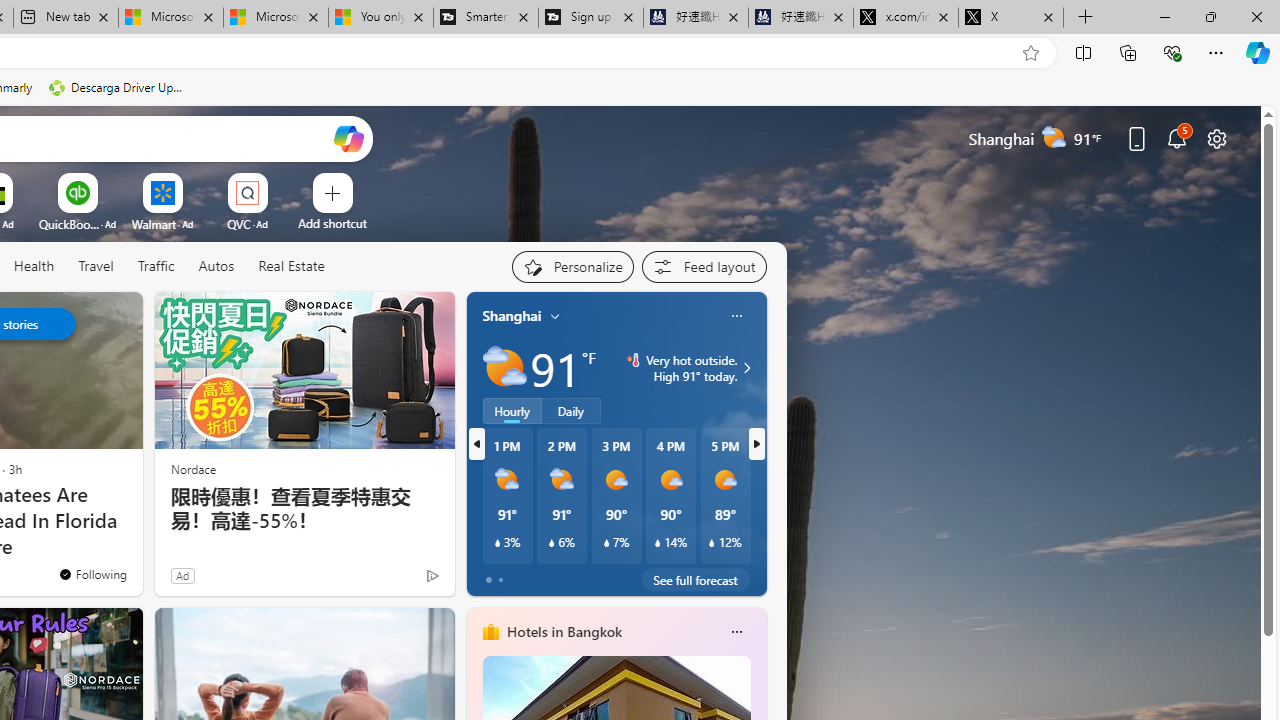  Describe the element at coordinates (34, 265) in the screenshot. I see `'Health'` at that location.